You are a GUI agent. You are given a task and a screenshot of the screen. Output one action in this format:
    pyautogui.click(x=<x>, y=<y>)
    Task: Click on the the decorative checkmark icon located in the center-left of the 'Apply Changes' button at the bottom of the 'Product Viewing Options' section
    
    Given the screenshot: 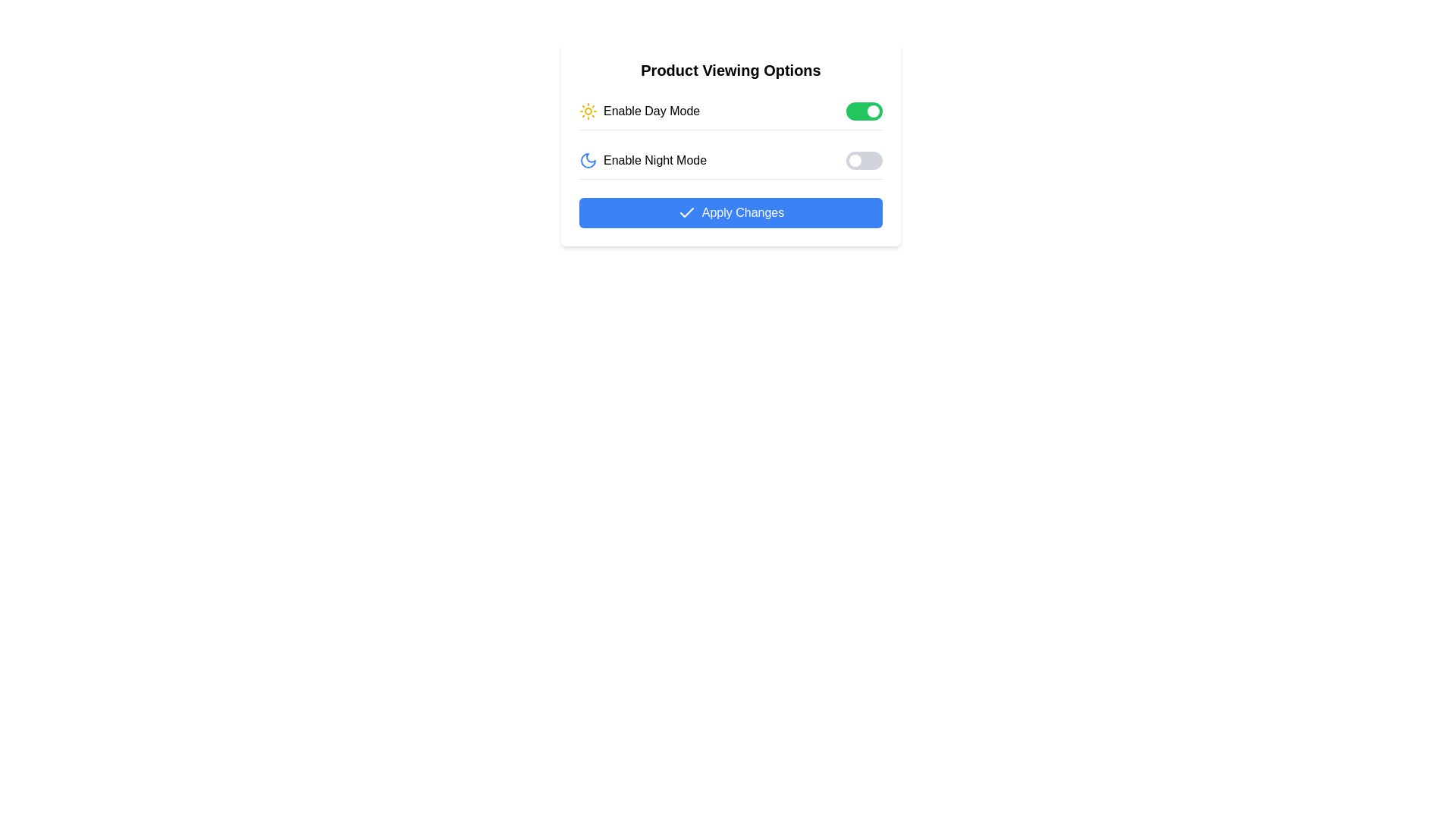 What is the action you would take?
    pyautogui.click(x=686, y=213)
    